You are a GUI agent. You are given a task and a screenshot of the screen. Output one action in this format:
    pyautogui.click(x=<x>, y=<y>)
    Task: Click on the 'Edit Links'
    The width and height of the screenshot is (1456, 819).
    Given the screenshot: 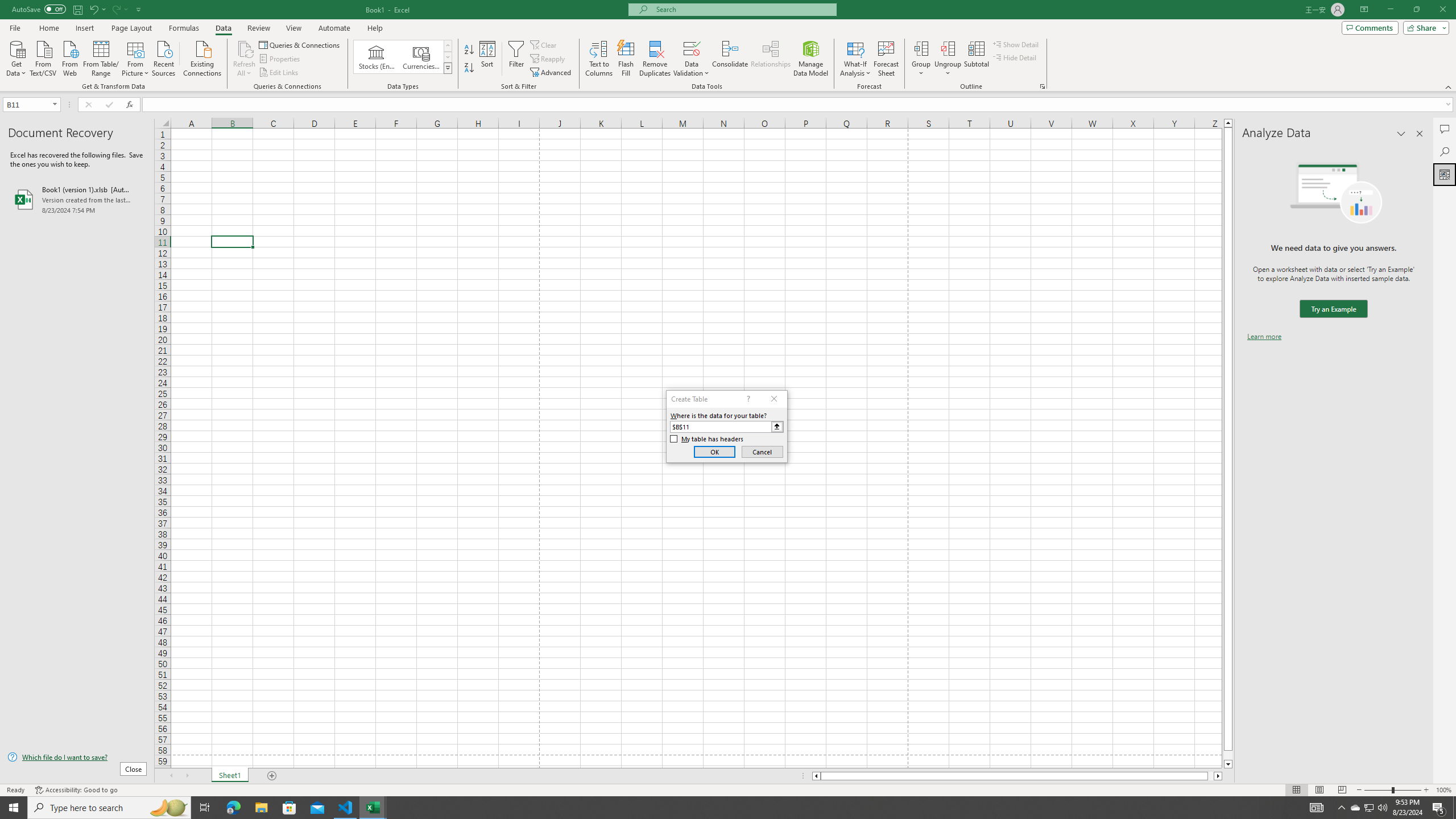 What is the action you would take?
    pyautogui.click(x=279, y=72)
    